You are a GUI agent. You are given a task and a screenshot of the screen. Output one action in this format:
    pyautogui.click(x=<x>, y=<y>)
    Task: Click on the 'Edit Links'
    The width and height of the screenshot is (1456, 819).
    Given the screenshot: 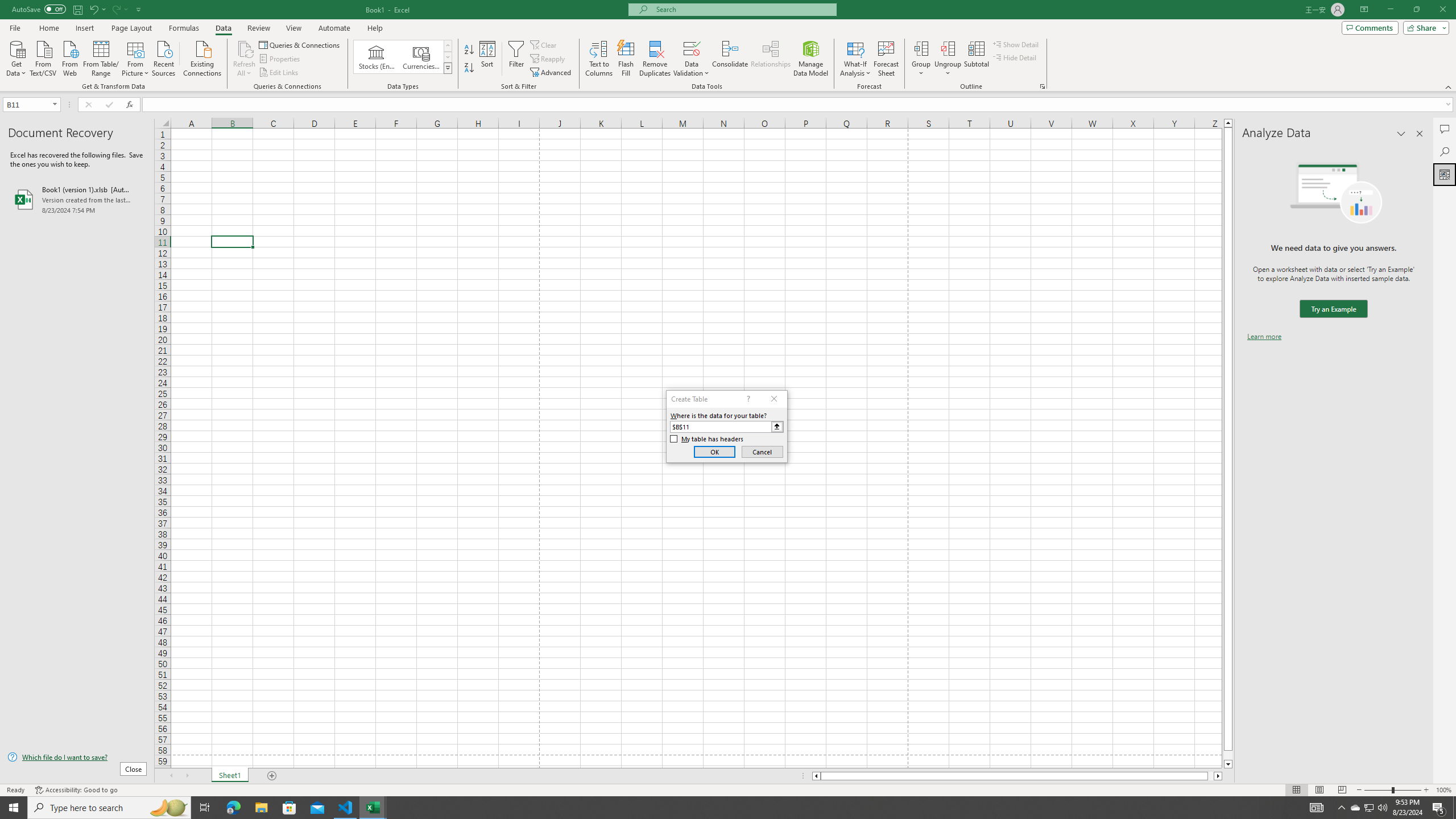 What is the action you would take?
    pyautogui.click(x=279, y=72)
    